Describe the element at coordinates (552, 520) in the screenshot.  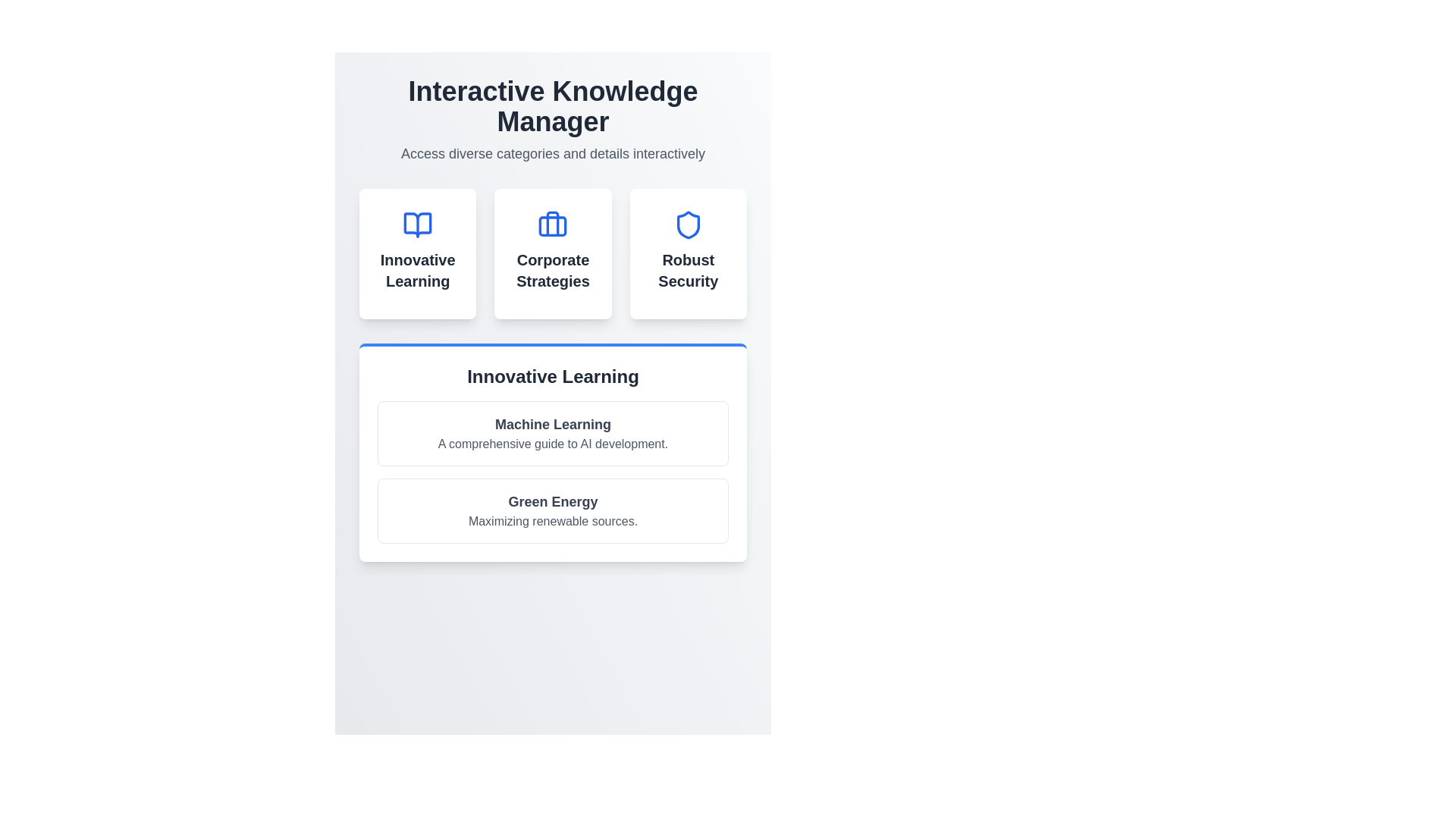
I see `the text label reading 'Maximizing renewable sources.' which is styled in gray and located below the 'Green Energy' header` at that location.